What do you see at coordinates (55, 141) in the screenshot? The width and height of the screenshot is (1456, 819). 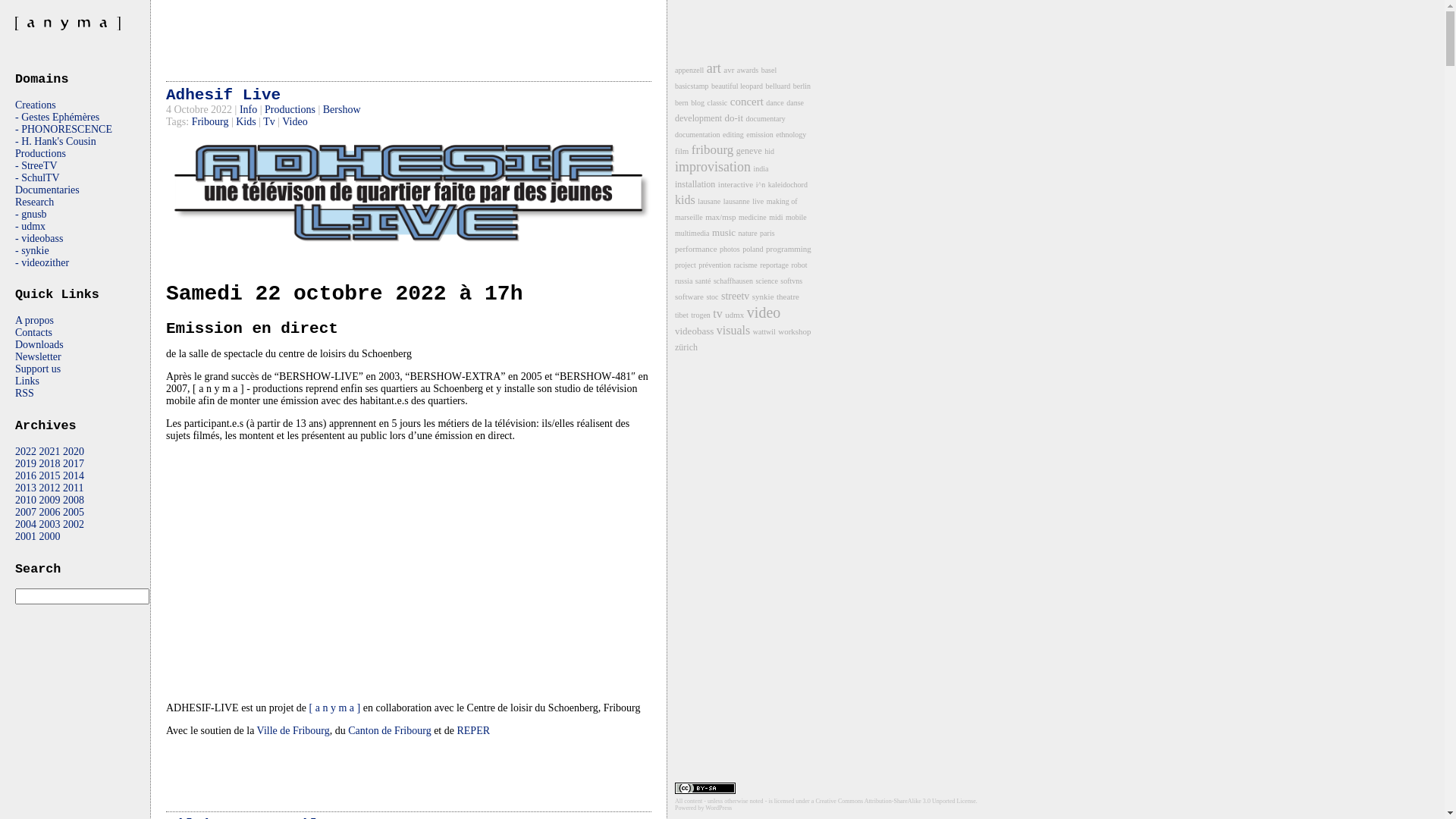 I see `'- H. Hank's Cousin'` at bounding box center [55, 141].